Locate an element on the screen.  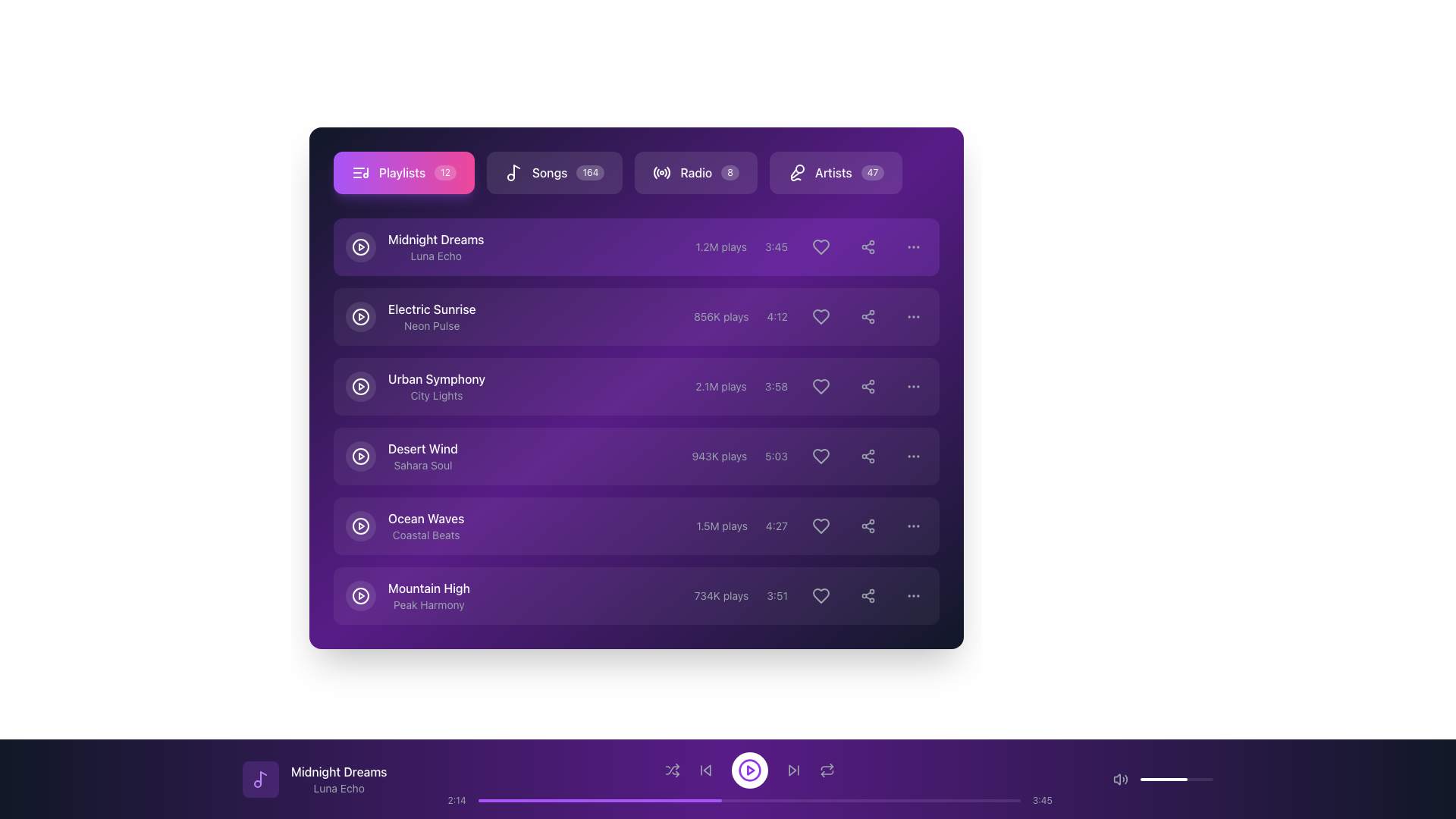
the third interactive button in the row associated with the item 'Urban Symphony' is located at coordinates (912, 385).